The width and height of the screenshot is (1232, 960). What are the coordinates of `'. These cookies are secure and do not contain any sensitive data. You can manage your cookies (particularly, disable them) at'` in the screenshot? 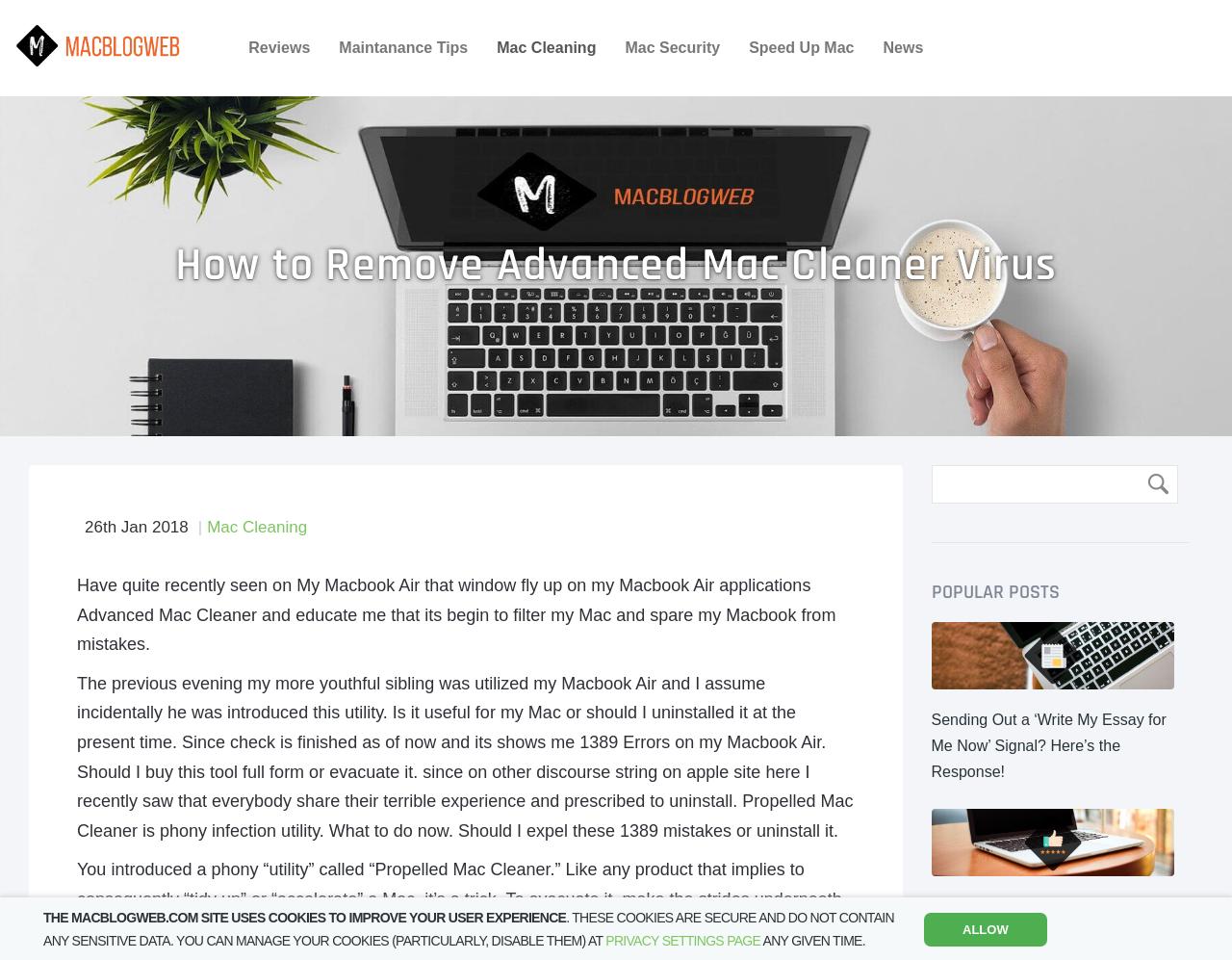 It's located at (43, 927).